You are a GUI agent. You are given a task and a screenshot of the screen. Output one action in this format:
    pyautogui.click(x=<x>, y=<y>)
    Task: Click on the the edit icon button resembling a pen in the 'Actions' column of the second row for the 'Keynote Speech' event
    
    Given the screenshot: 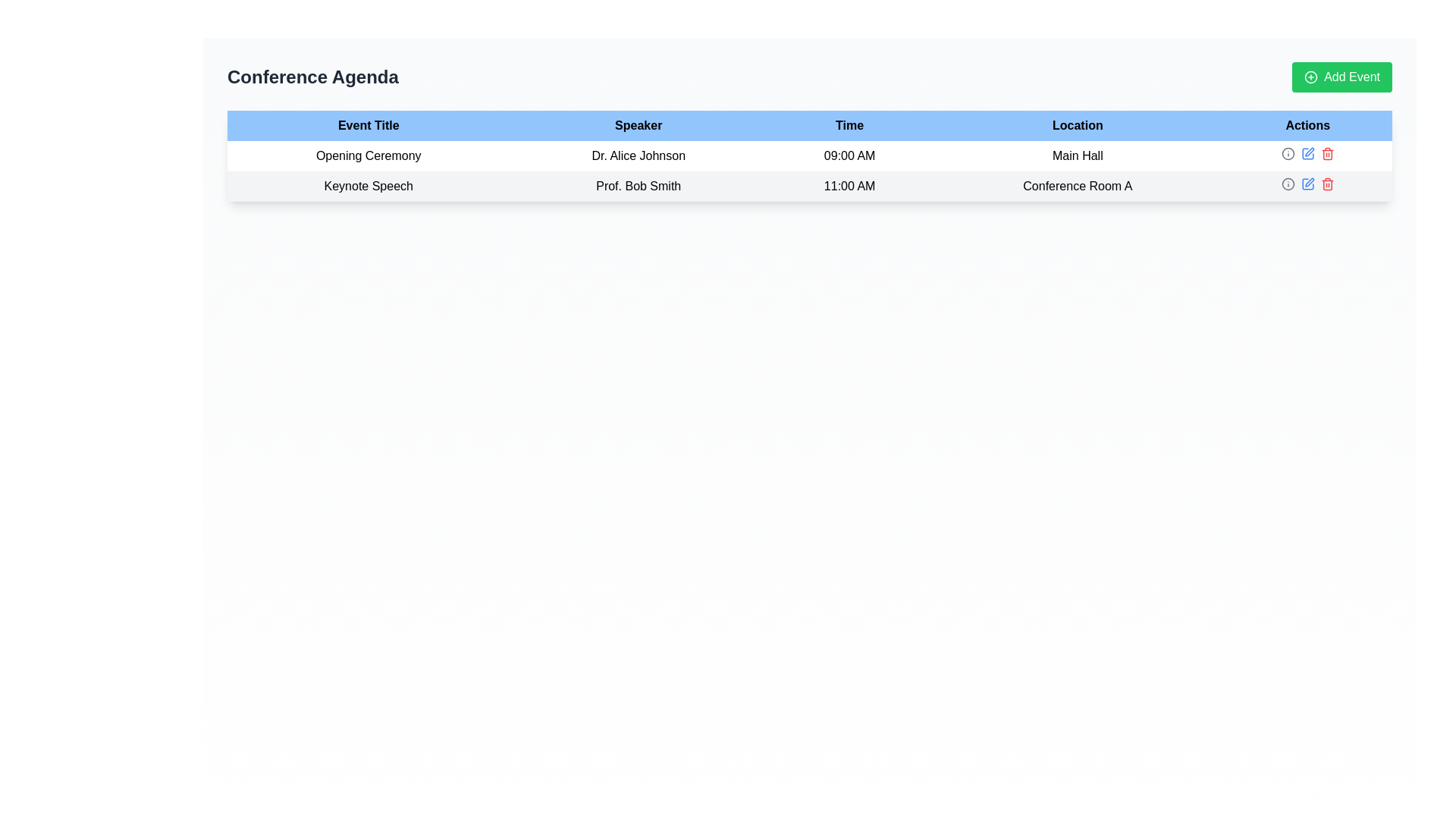 What is the action you would take?
    pyautogui.click(x=1309, y=181)
    